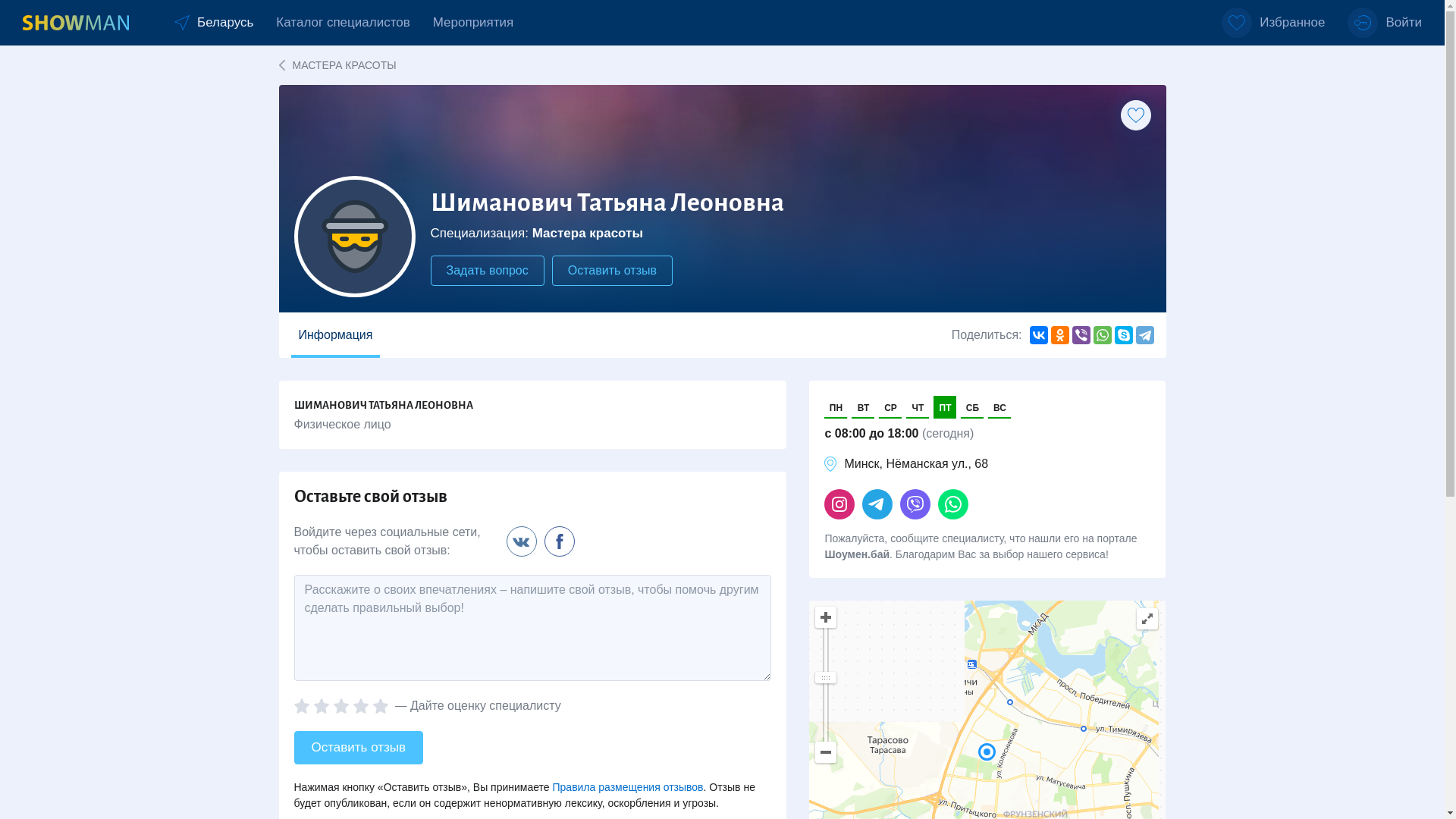  Describe the element at coordinates (1103, 334) in the screenshot. I see `'WhatsApp'` at that location.